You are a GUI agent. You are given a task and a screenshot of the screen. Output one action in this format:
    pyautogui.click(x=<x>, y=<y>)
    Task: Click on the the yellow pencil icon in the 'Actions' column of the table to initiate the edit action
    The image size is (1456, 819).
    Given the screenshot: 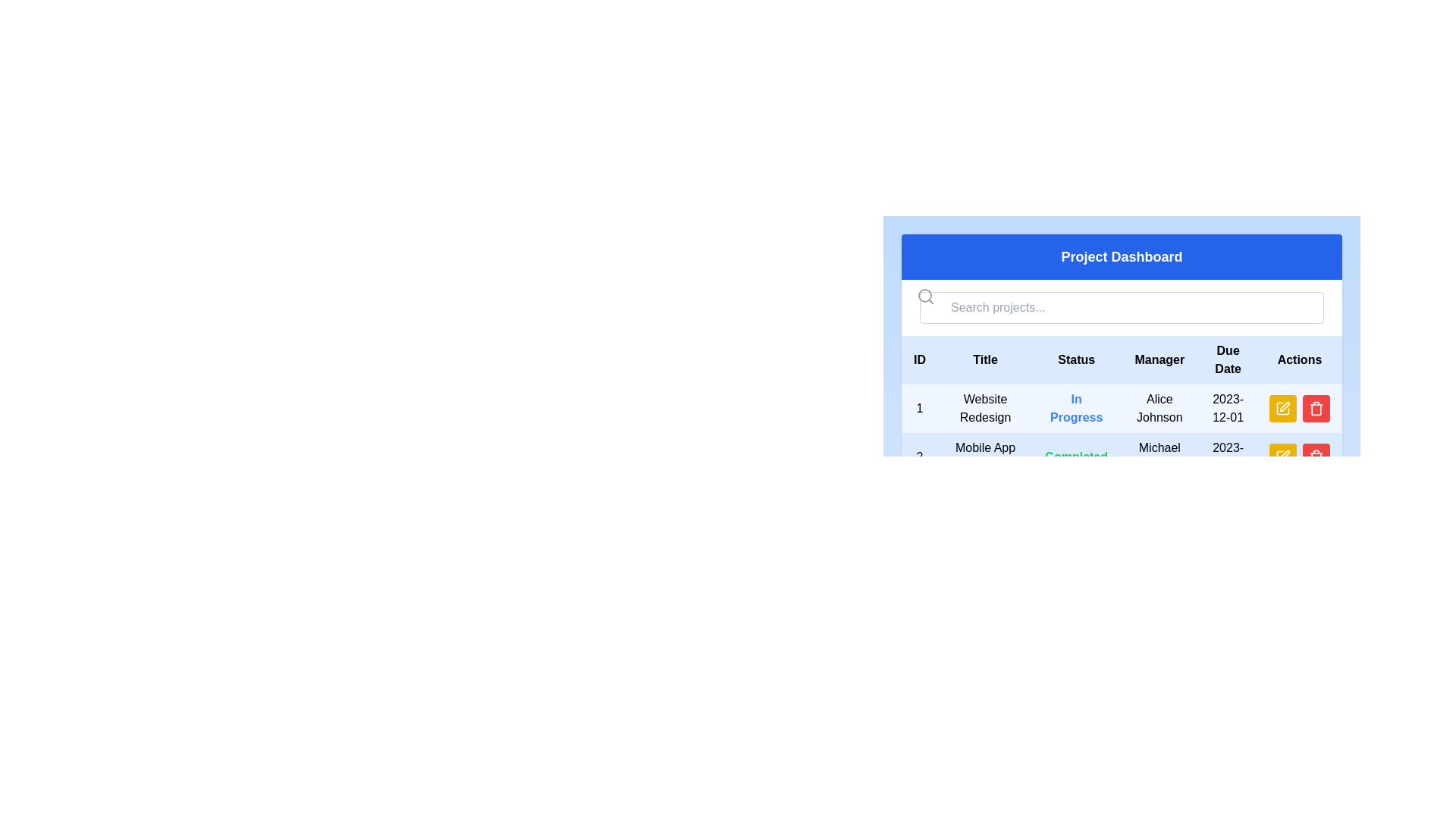 What is the action you would take?
    pyautogui.click(x=1284, y=454)
    